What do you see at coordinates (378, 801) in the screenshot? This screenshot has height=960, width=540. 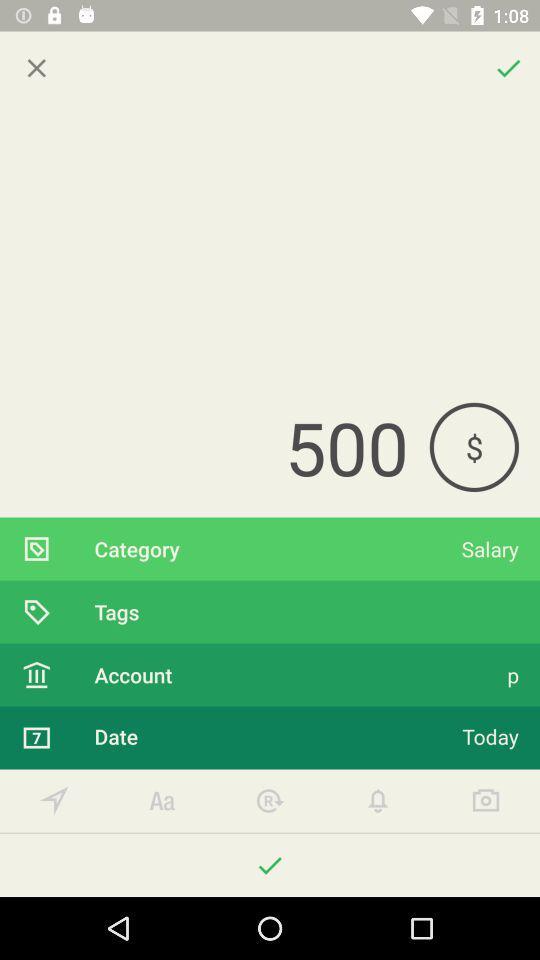 I see `notifications` at bounding box center [378, 801].